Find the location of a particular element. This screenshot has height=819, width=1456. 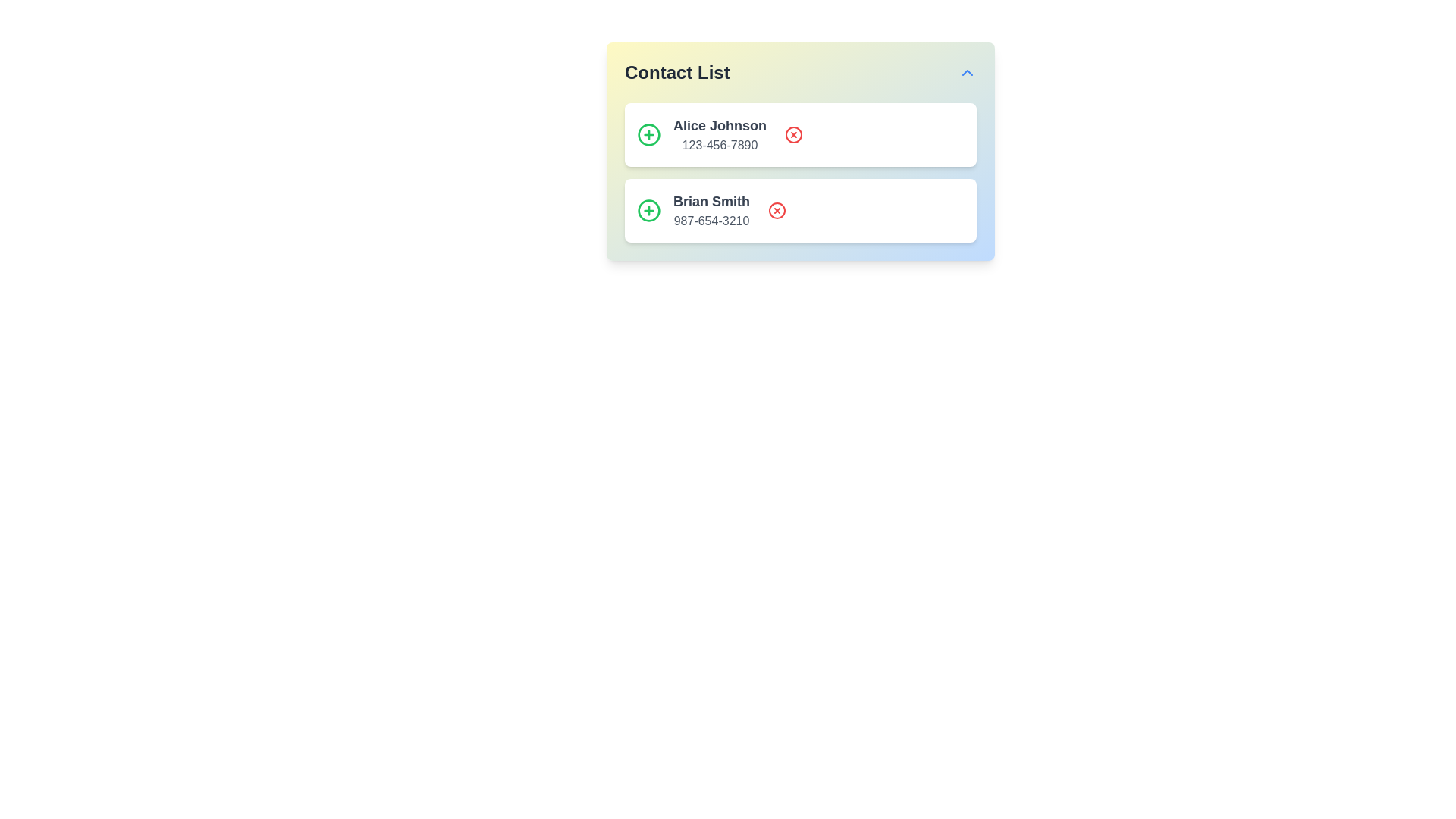

the phone number text label belonging to the contact 'Brian Smith', which is located below the name within the second contact card in the list is located at coordinates (711, 221).